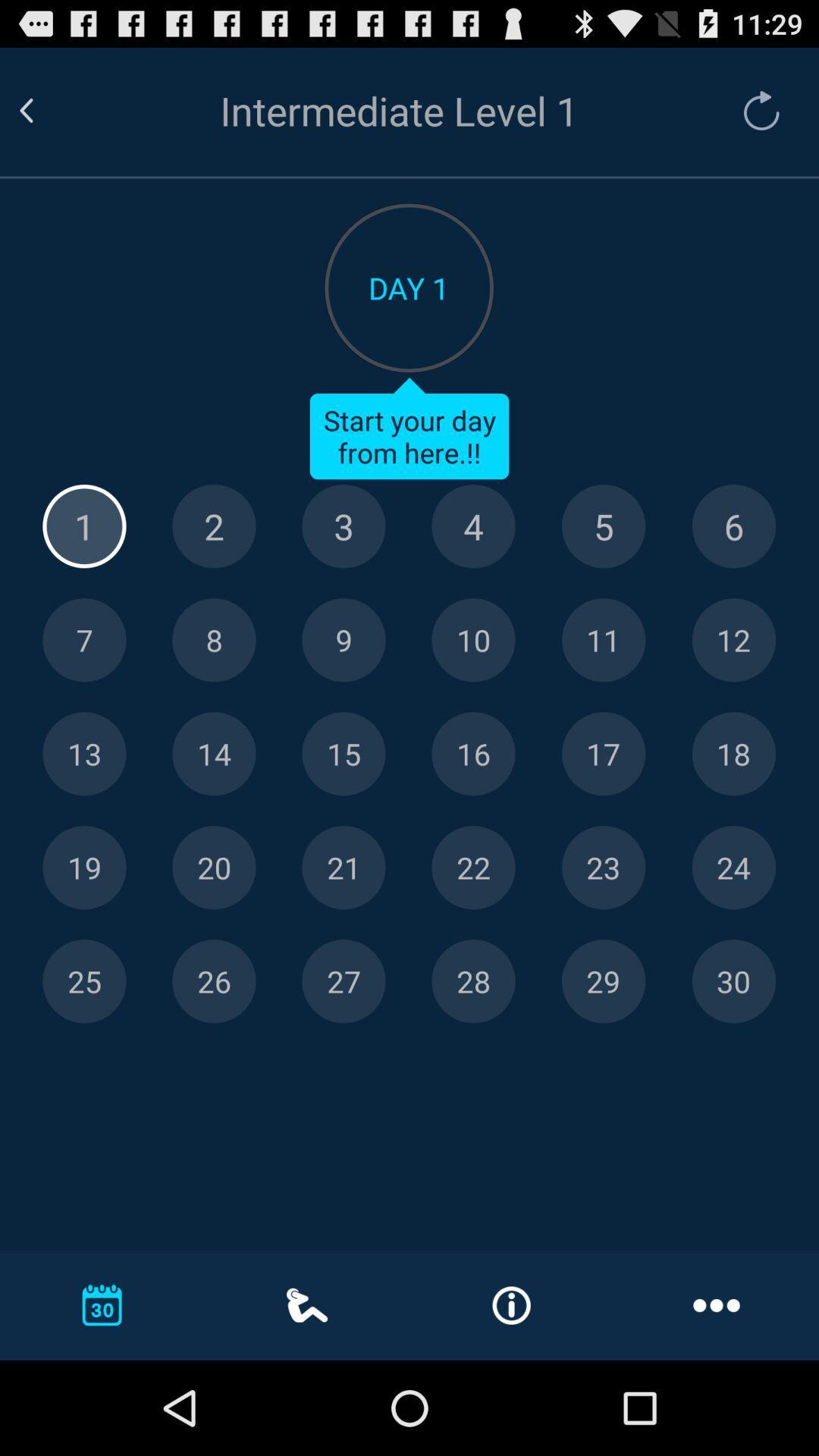 The image size is (819, 1456). Describe the element at coordinates (44, 118) in the screenshot. I see `the arrow_backward icon` at that location.